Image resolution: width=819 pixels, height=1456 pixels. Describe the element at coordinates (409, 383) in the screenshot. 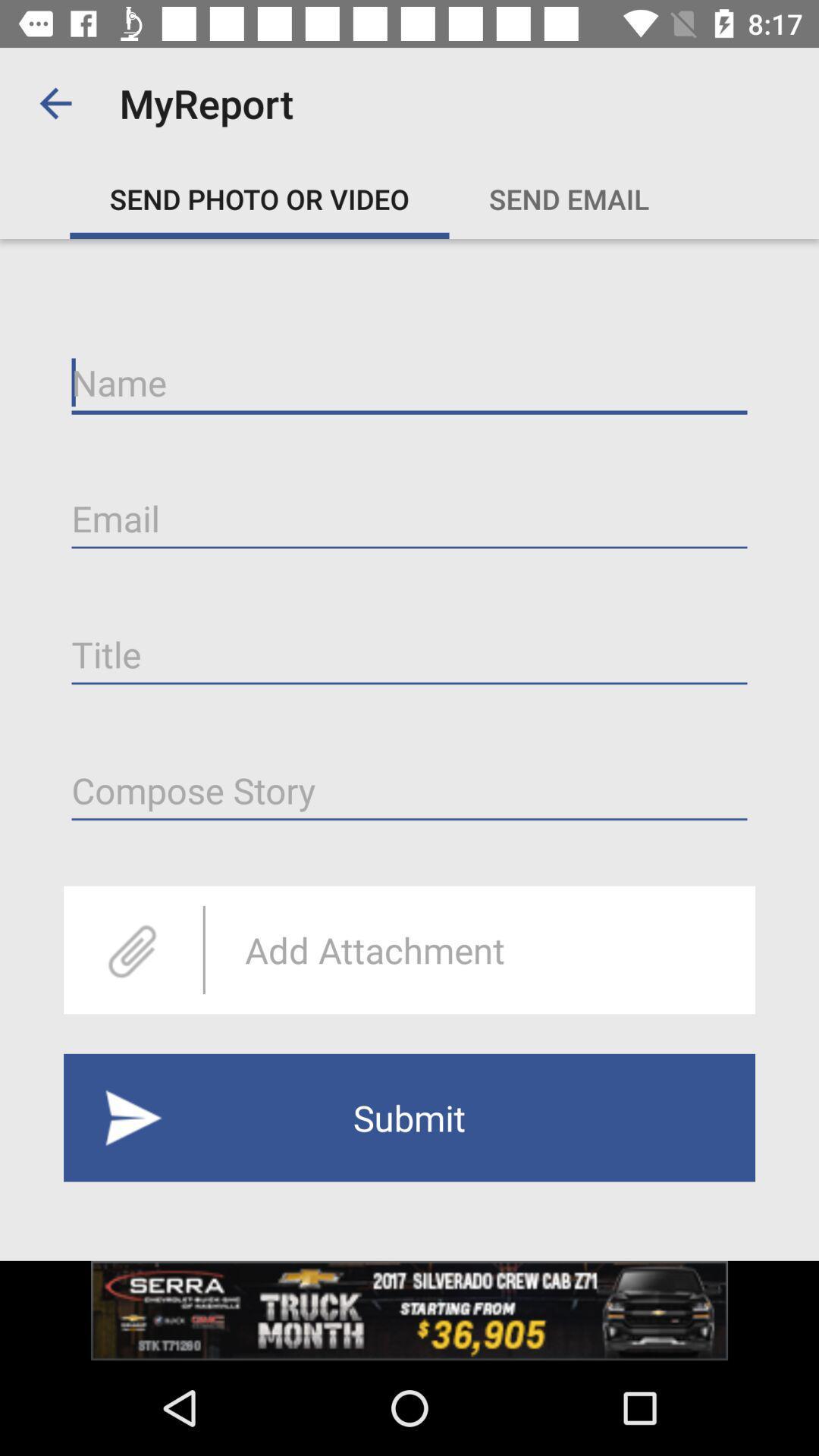

I see `enables text input` at that location.